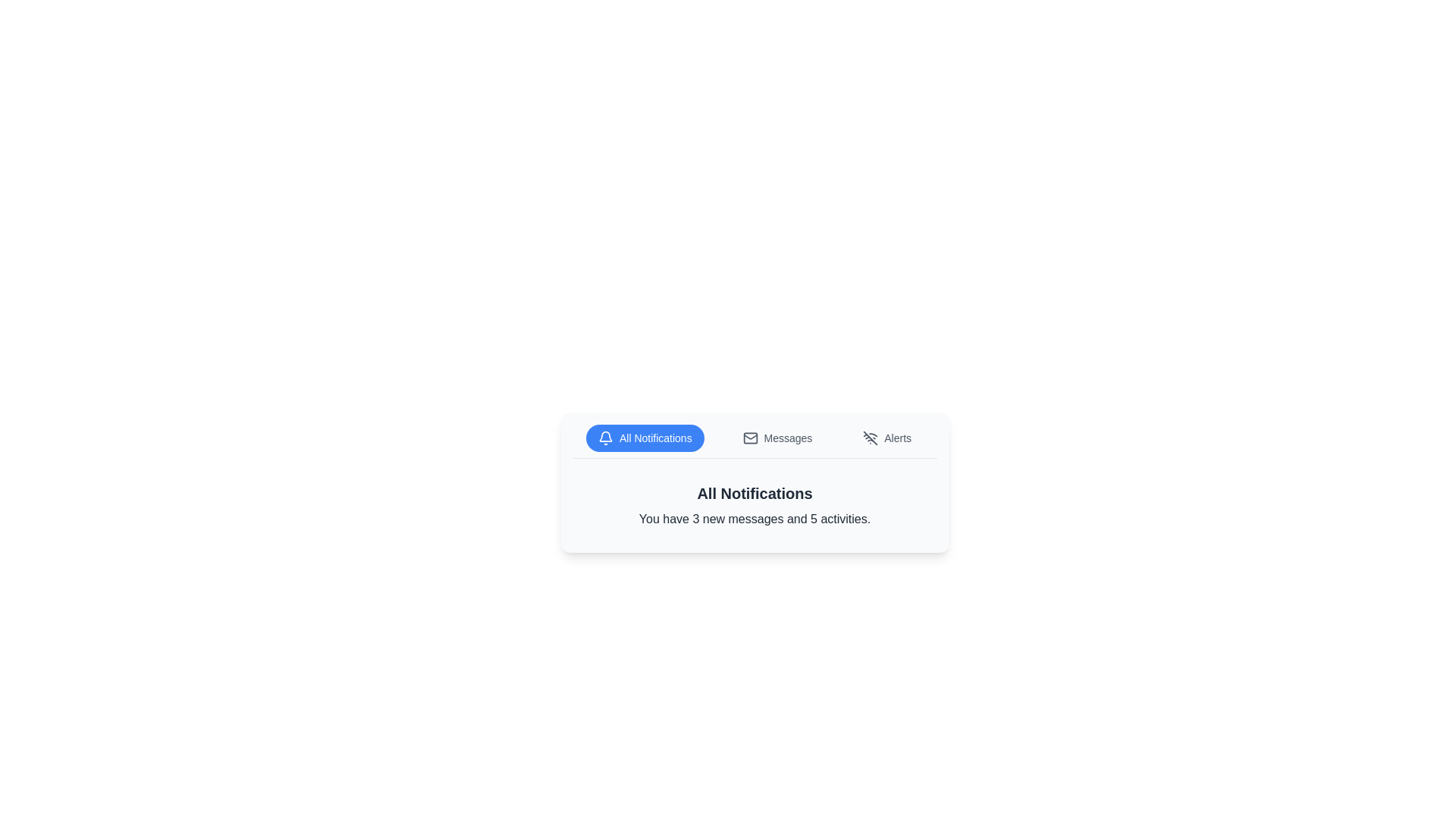 Image resolution: width=1456 pixels, height=819 pixels. I want to click on the 'Messages' text label located centrally within the navigation row, which indicates the button's purpose, so click(788, 438).